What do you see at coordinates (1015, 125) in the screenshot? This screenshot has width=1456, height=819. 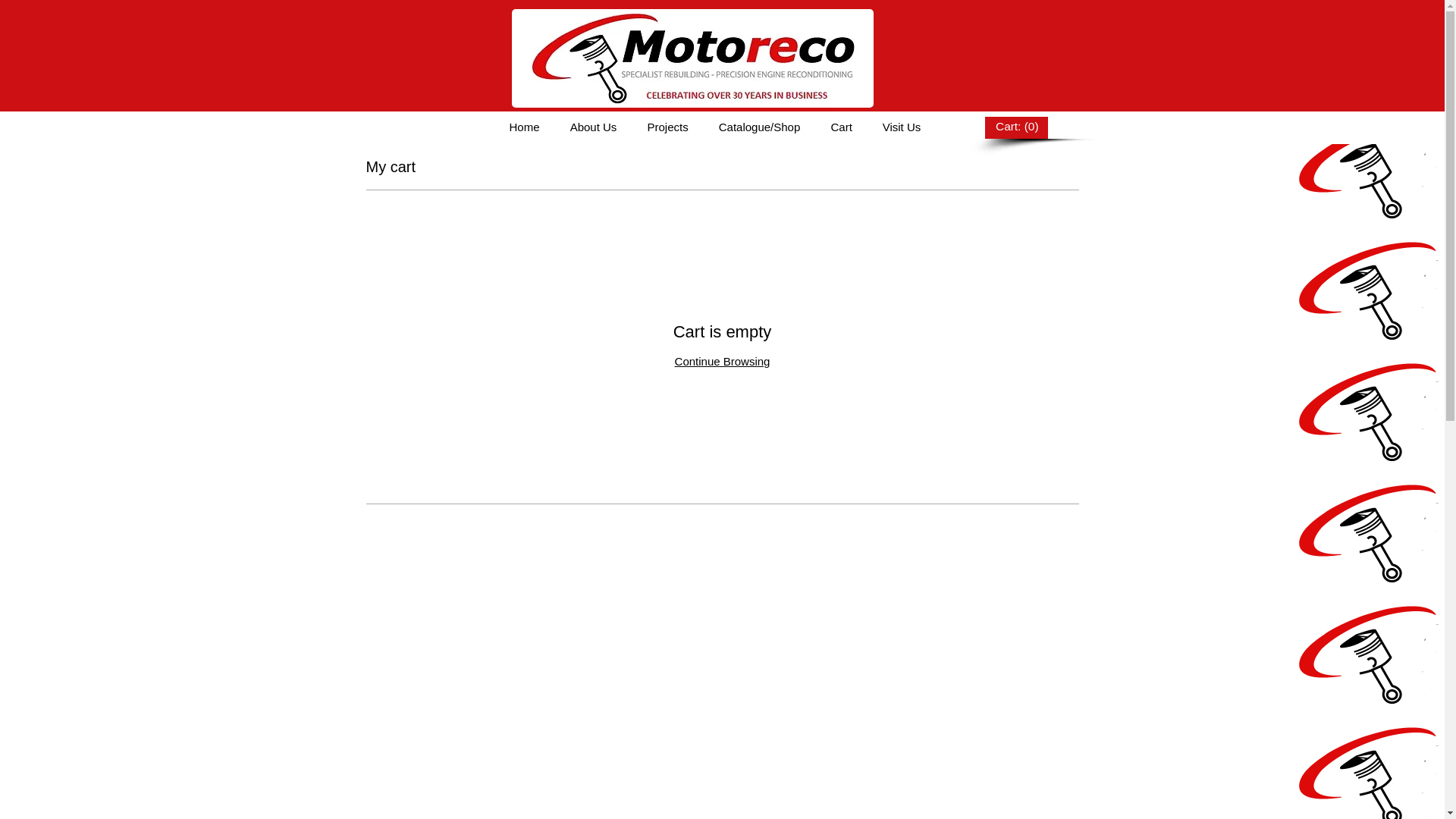 I see `'Cart: (0)'` at bounding box center [1015, 125].